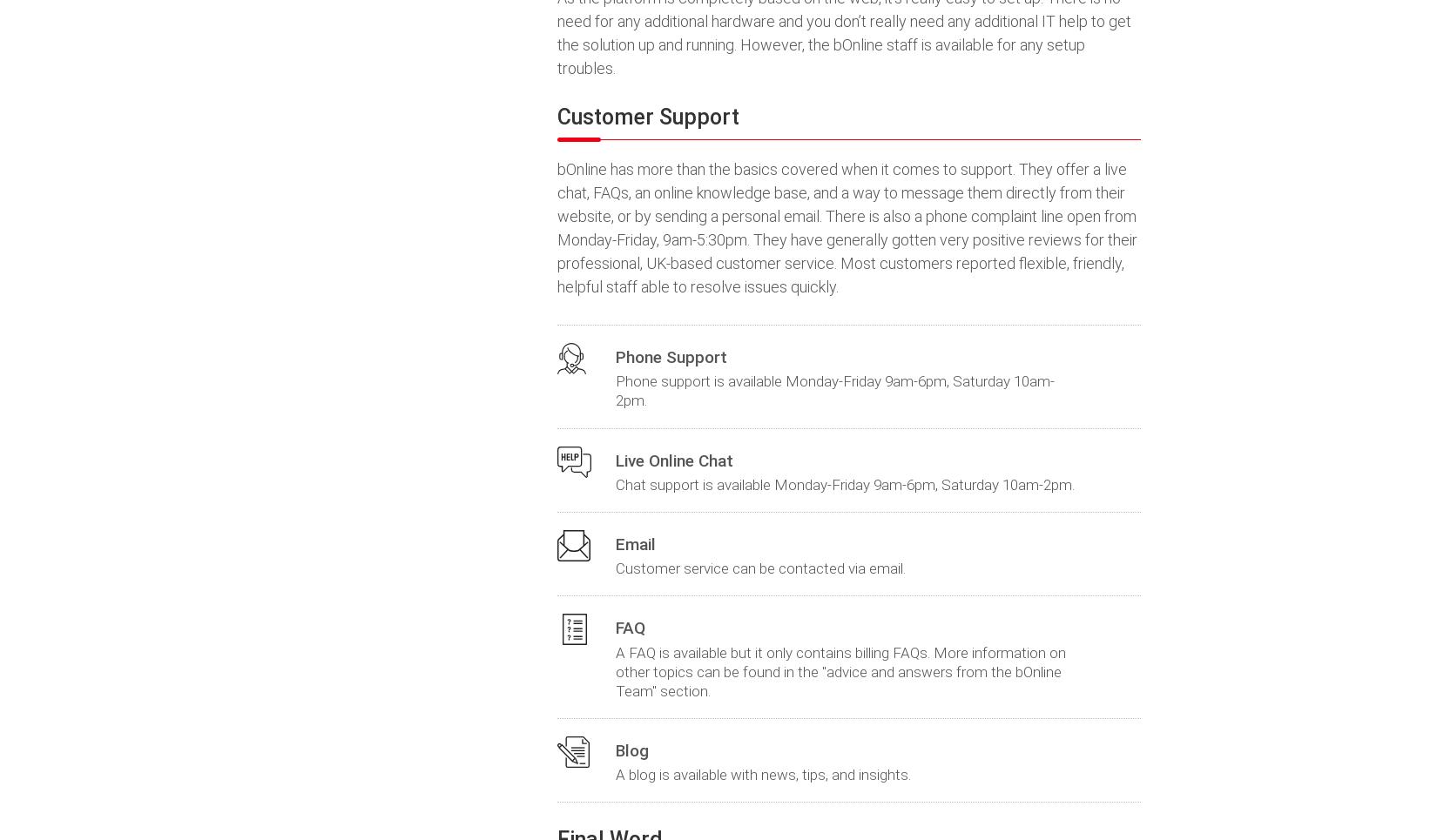 The height and width of the screenshot is (840, 1437). Describe the element at coordinates (673, 459) in the screenshot. I see `'Live Online Chat'` at that location.